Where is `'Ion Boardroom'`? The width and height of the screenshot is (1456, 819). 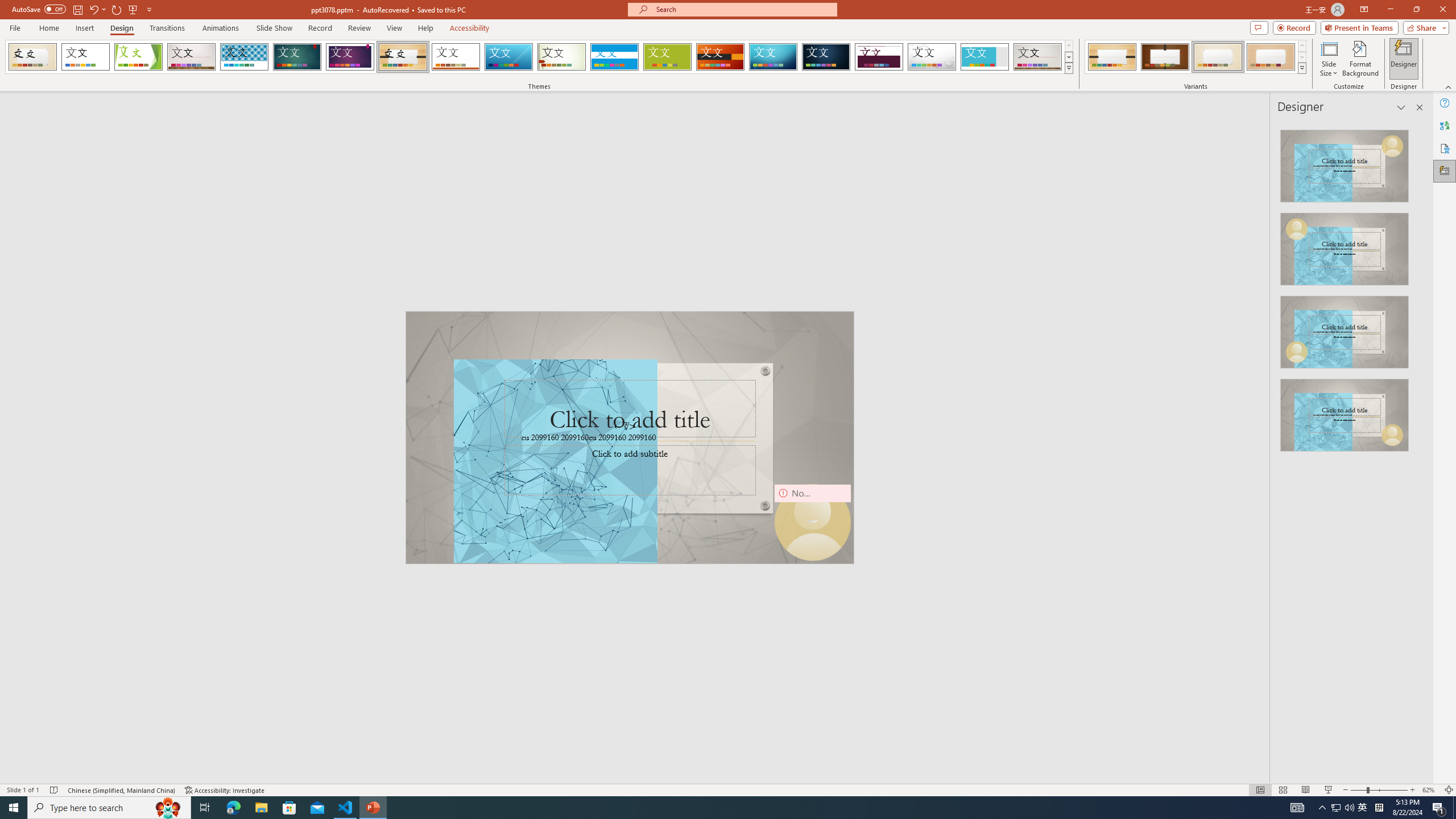
'Ion Boardroom' is located at coordinates (350, 56).